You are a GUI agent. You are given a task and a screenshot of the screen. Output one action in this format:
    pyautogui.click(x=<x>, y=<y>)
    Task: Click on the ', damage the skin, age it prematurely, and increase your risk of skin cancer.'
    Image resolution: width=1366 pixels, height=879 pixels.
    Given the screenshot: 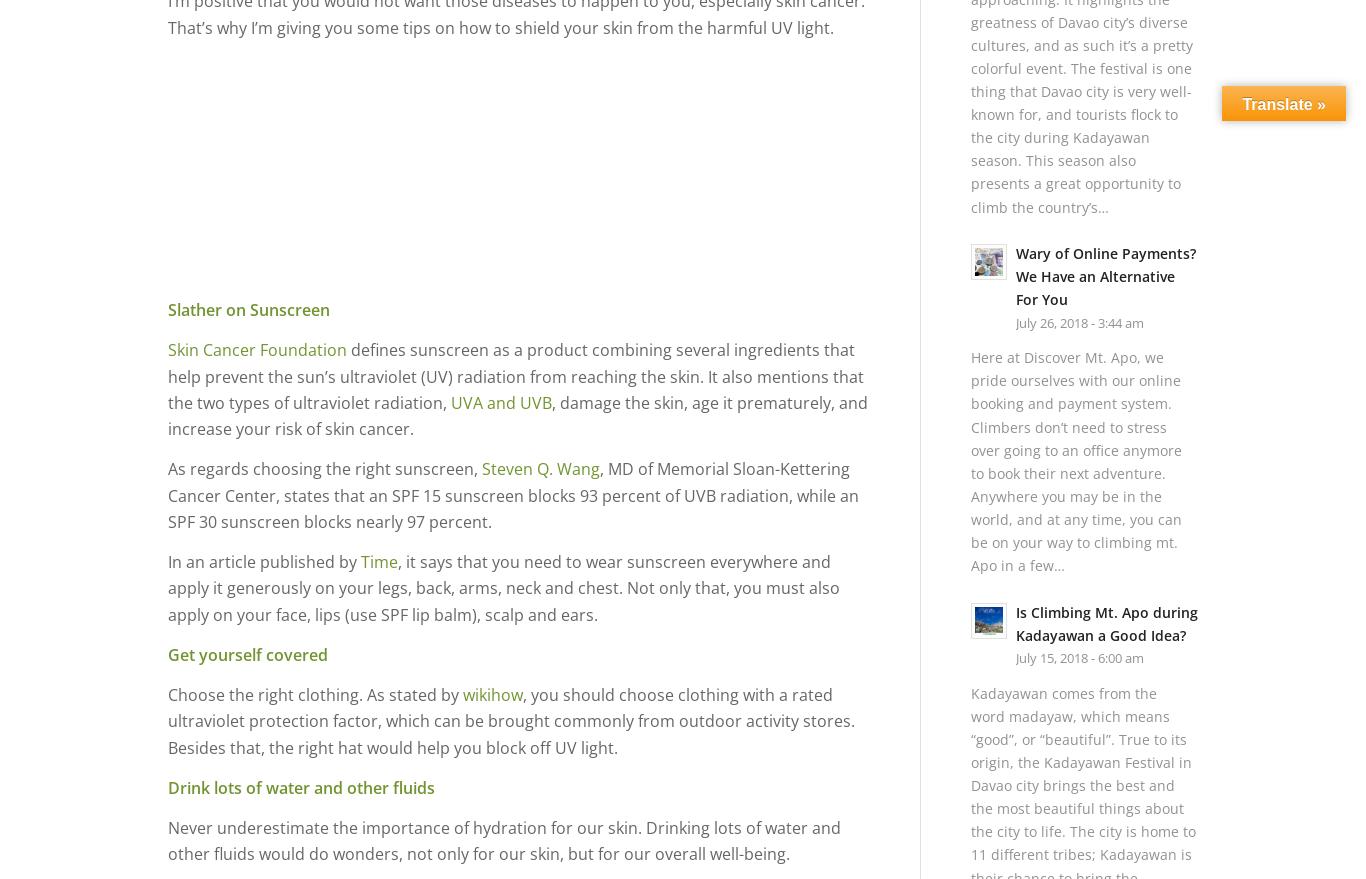 What is the action you would take?
    pyautogui.click(x=517, y=414)
    